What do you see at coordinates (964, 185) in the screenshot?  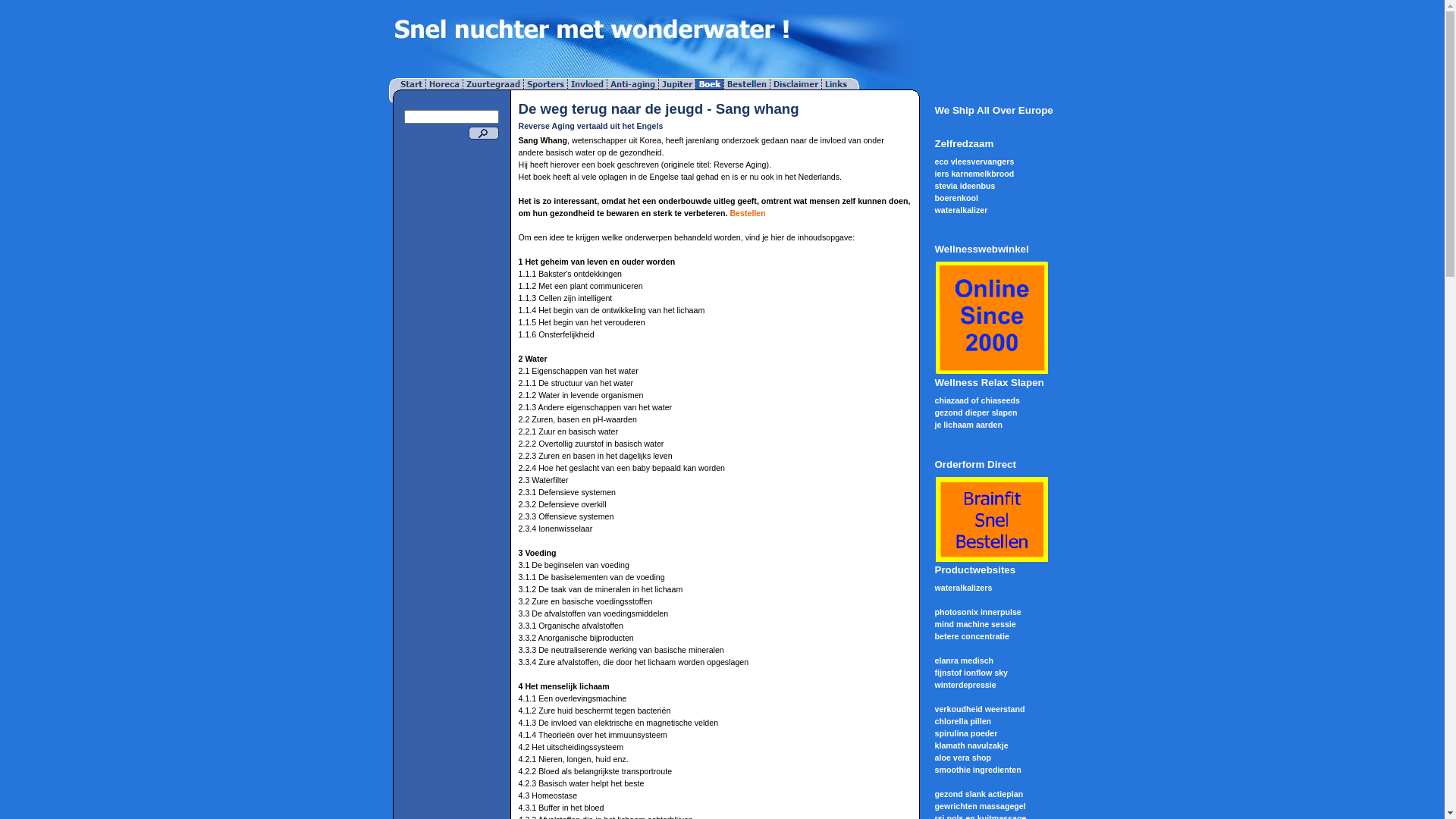 I see `'stevia ideenbus'` at bounding box center [964, 185].